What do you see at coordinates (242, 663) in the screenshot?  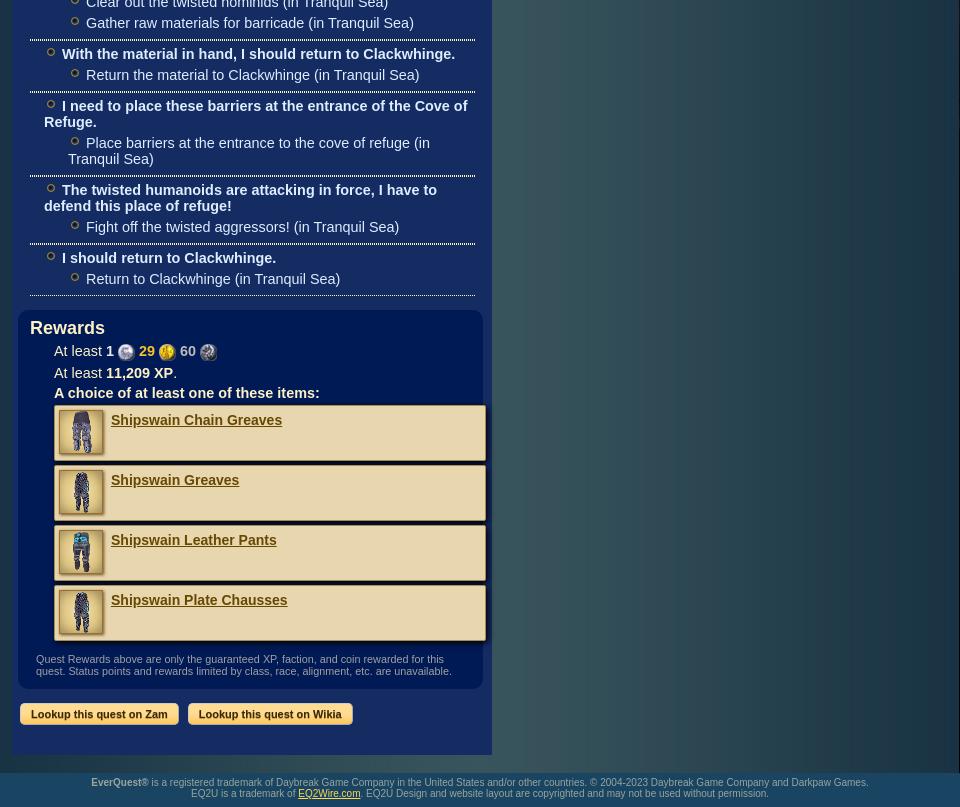 I see `'Quest Rewards above are only the guaranteed XP, faction, and coin rewarded for this quest. Status points and rewards limited by class, race, alignment, etc. are unavailable.'` at bounding box center [242, 663].